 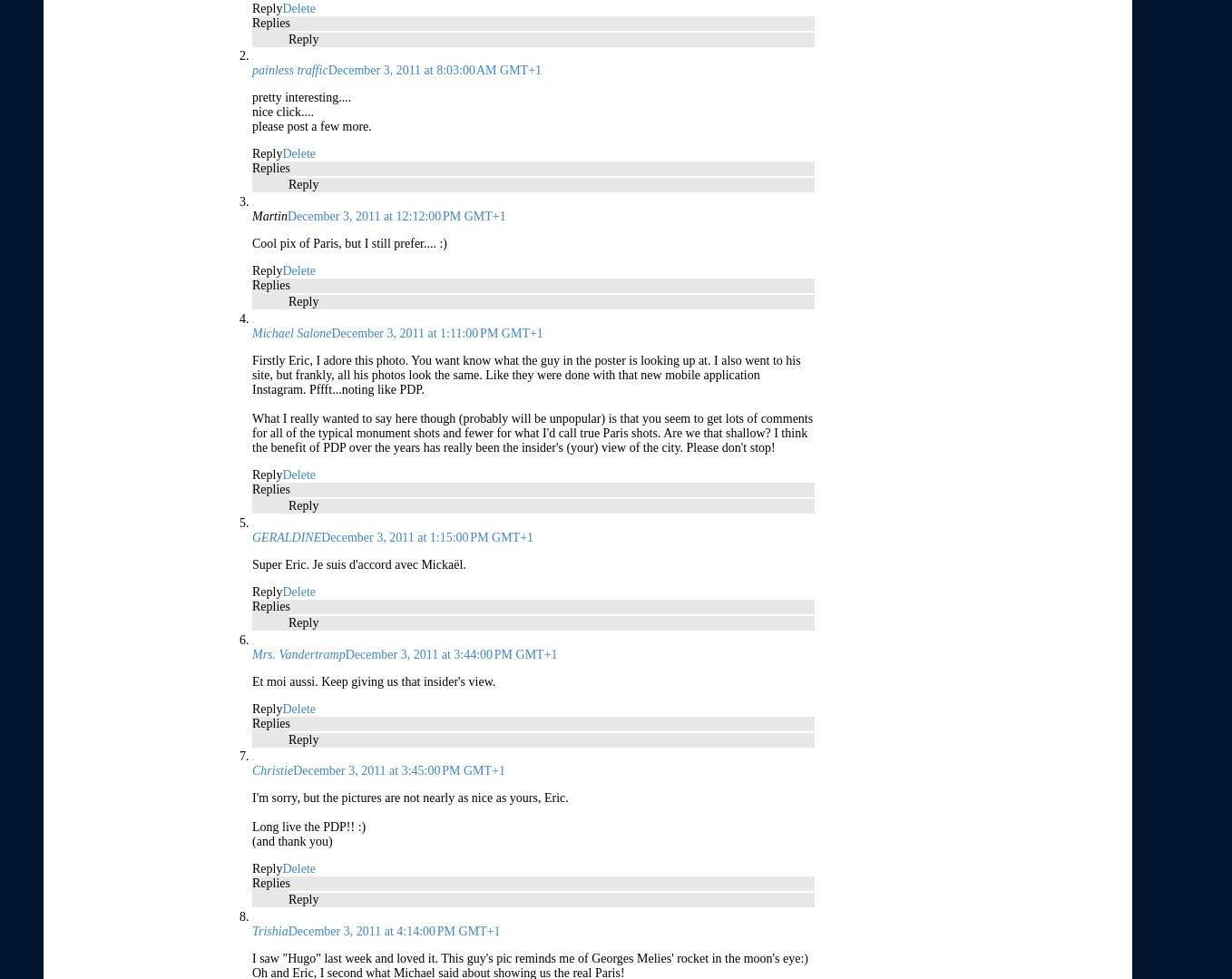 What do you see at coordinates (290, 332) in the screenshot?
I see `'Michael Salone'` at bounding box center [290, 332].